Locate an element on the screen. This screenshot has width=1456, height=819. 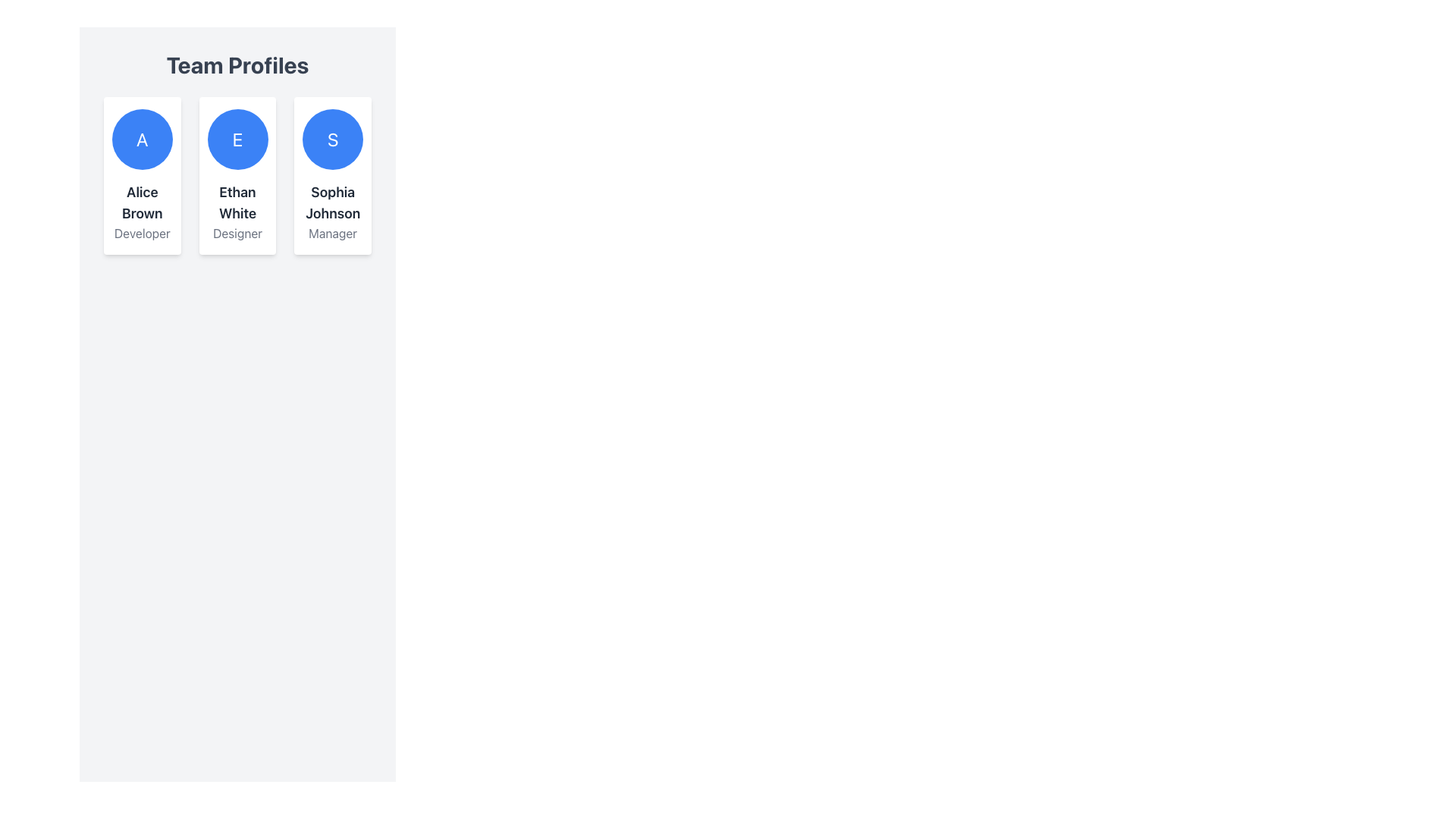
the non-interactive text label representing the job title of 'Ethan White' located at the bottom of the profile card is located at coordinates (237, 234).